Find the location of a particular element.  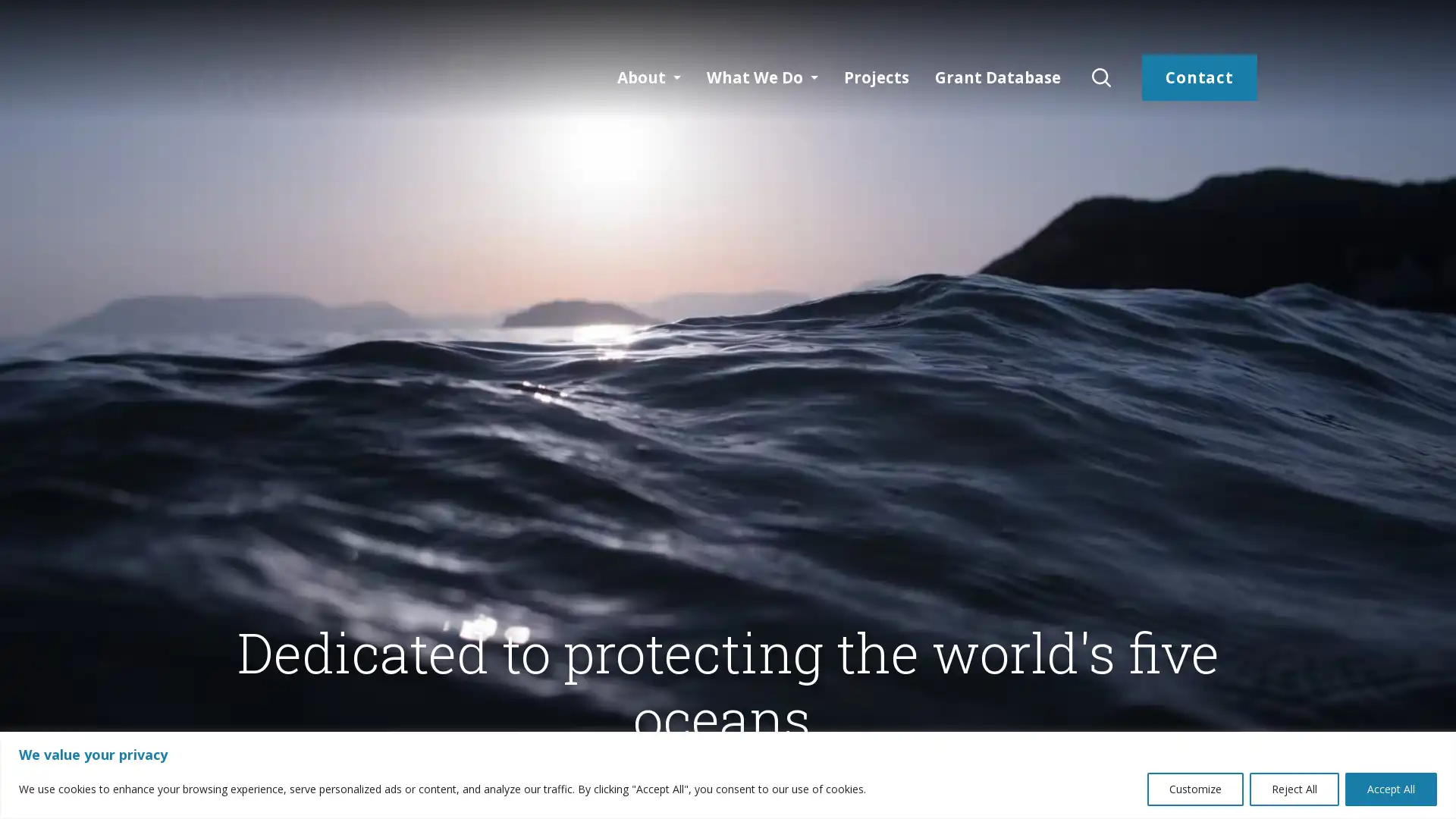

Accept All is located at coordinates (1391, 788).